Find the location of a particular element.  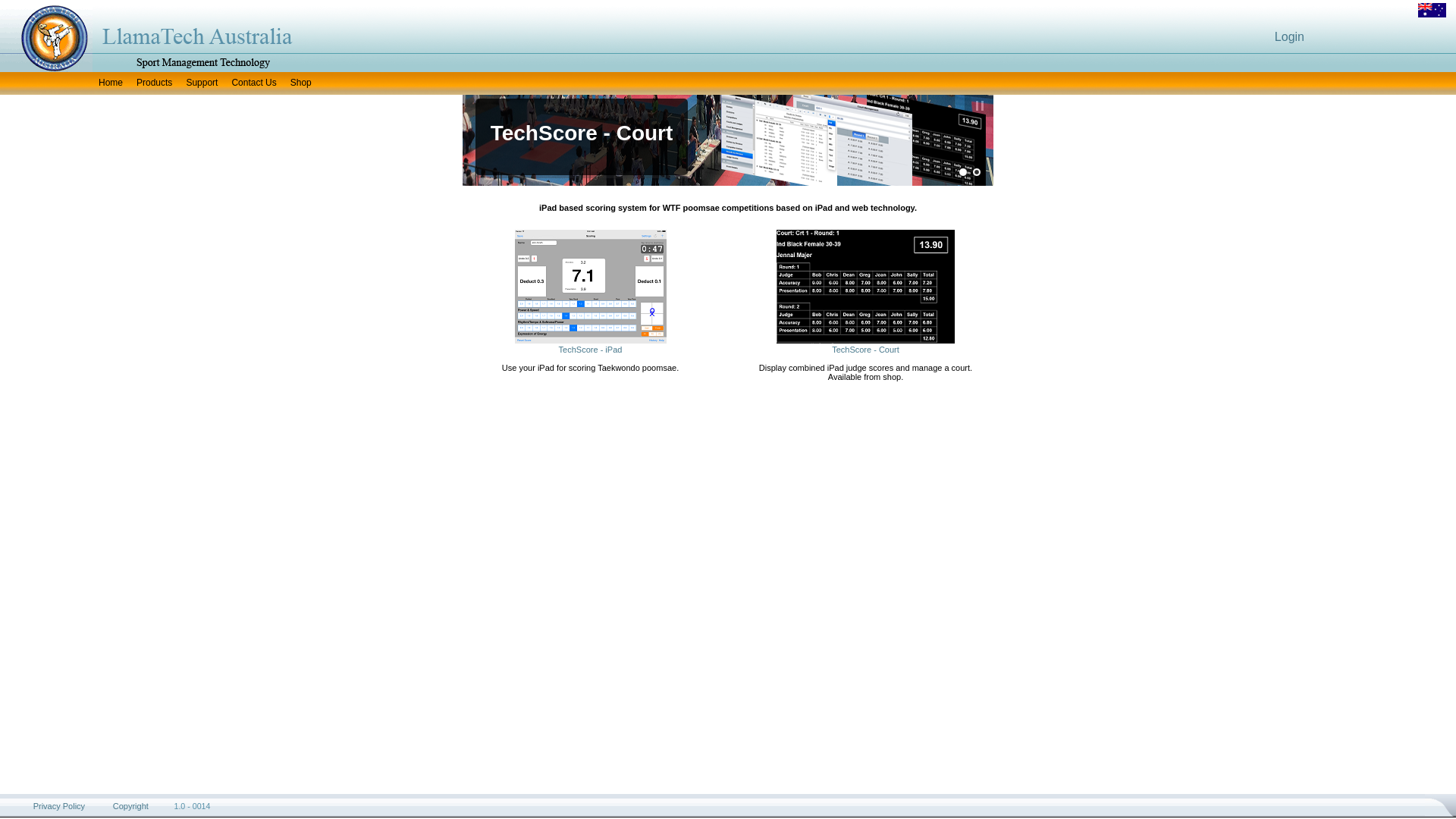

'Home' is located at coordinates (109, 83).